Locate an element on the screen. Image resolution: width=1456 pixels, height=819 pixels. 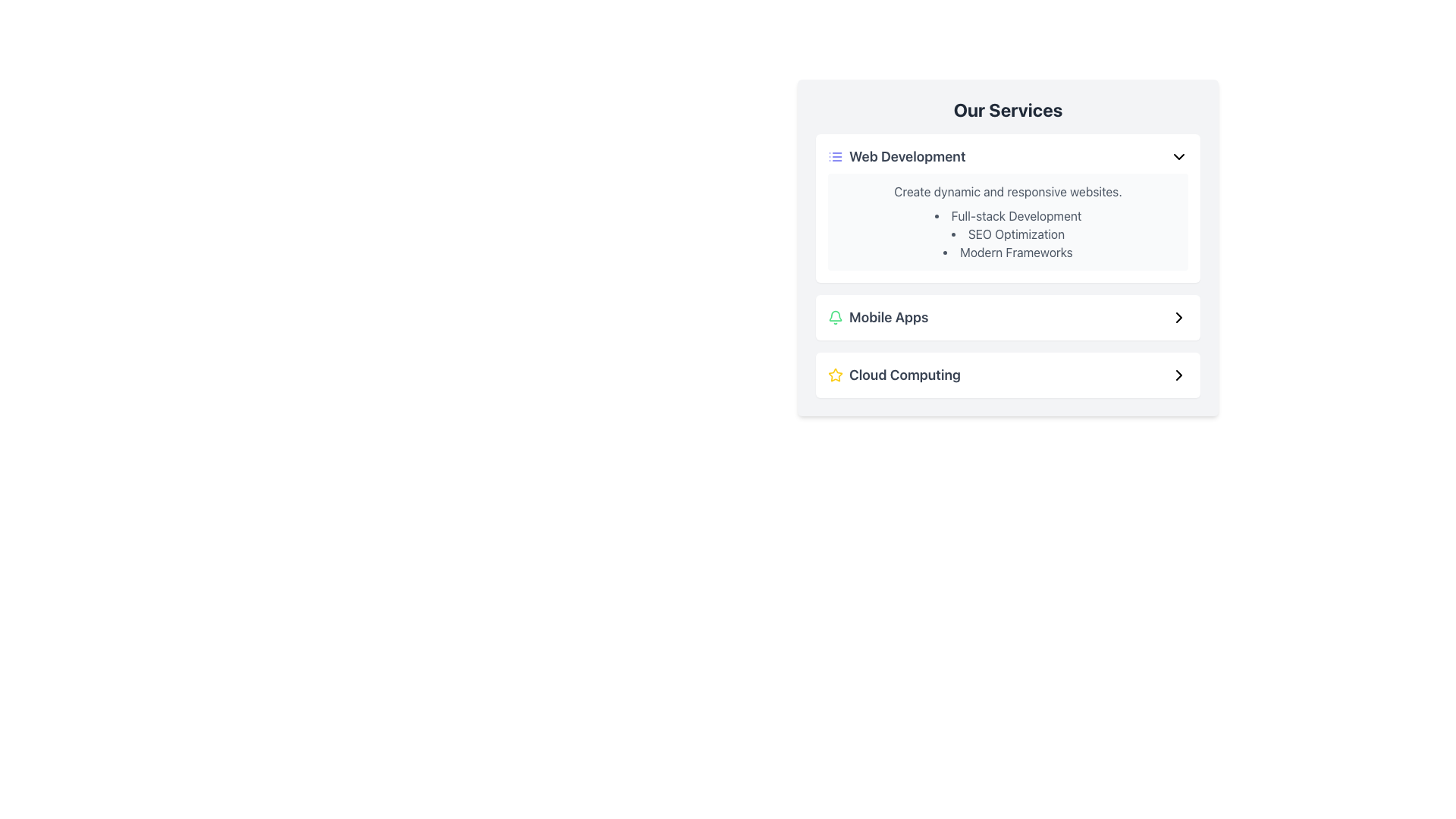
the static text label for the service category 'Mobile Apps', which is located beneath the 'Web Development' section and above 'Cloud Computing' is located at coordinates (889, 317).